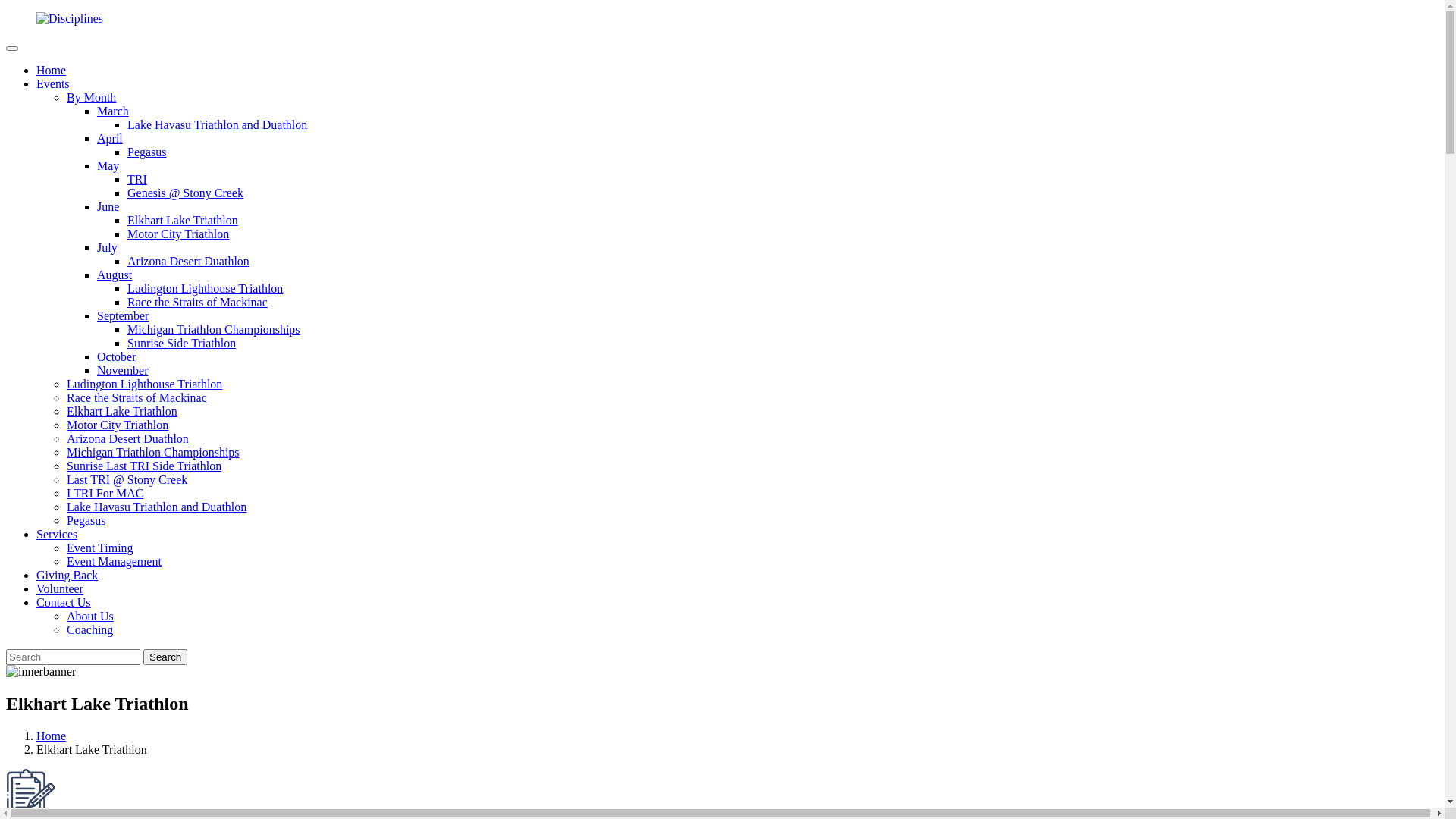 The width and height of the screenshot is (1456, 819). What do you see at coordinates (143, 656) in the screenshot?
I see `'Search'` at bounding box center [143, 656].